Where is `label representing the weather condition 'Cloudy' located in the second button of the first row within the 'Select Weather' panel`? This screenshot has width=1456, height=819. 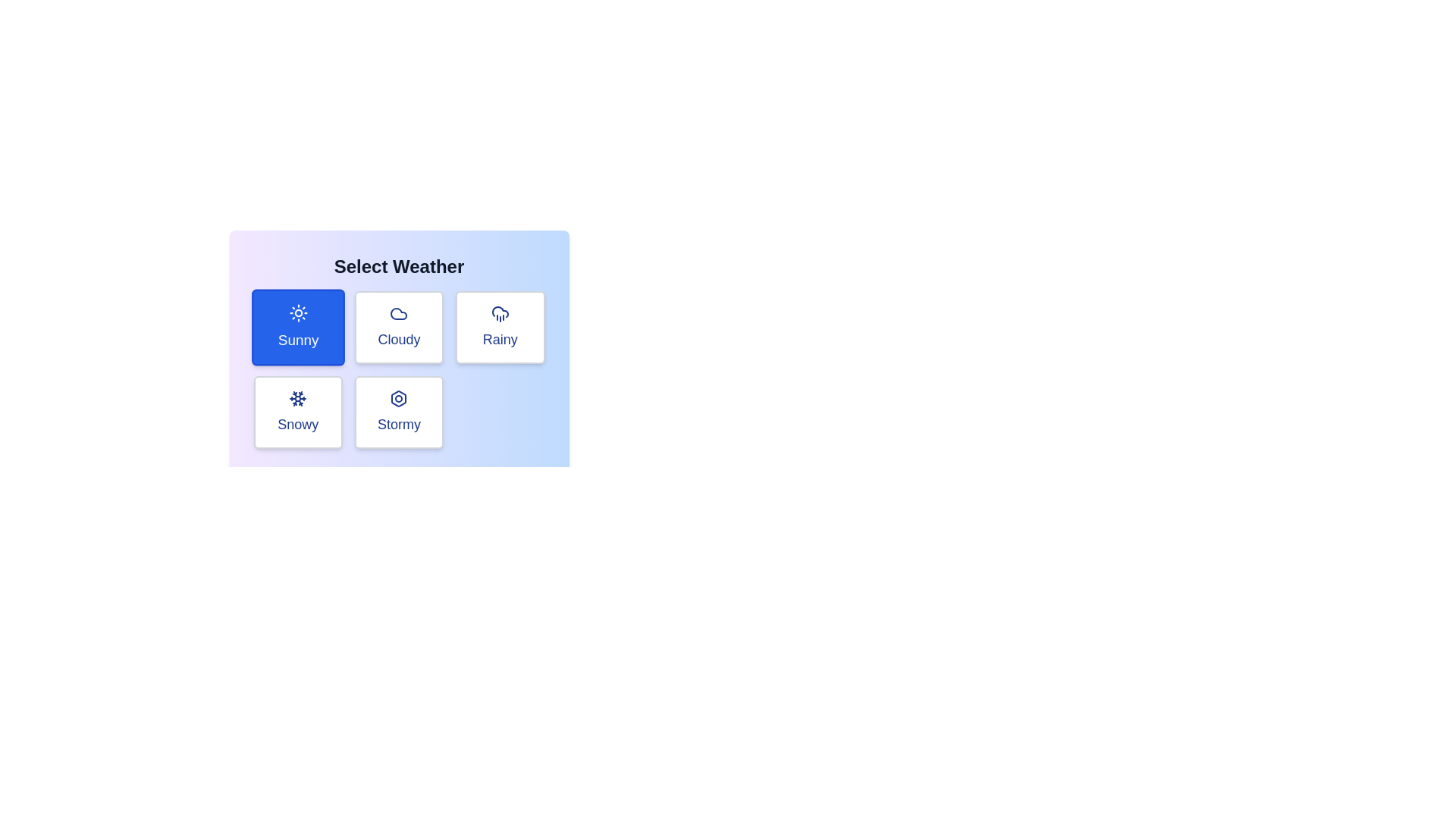 label representing the weather condition 'Cloudy' located in the second button of the first row within the 'Select Weather' panel is located at coordinates (399, 338).